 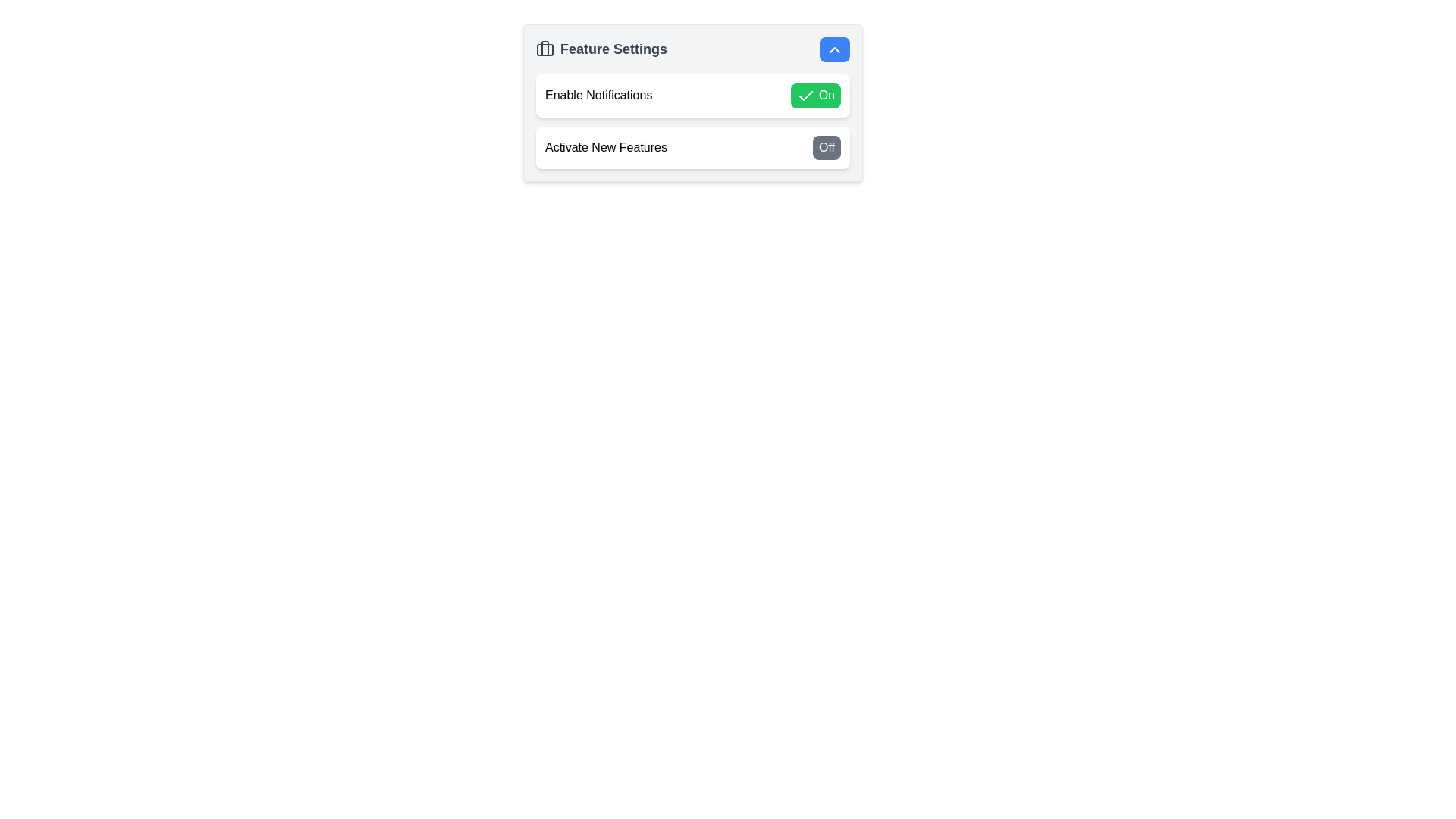 I want to click on the toggleable control for notifications located in the 'Feature Settings' section to observe visual effects, so click(x=692, y=96).